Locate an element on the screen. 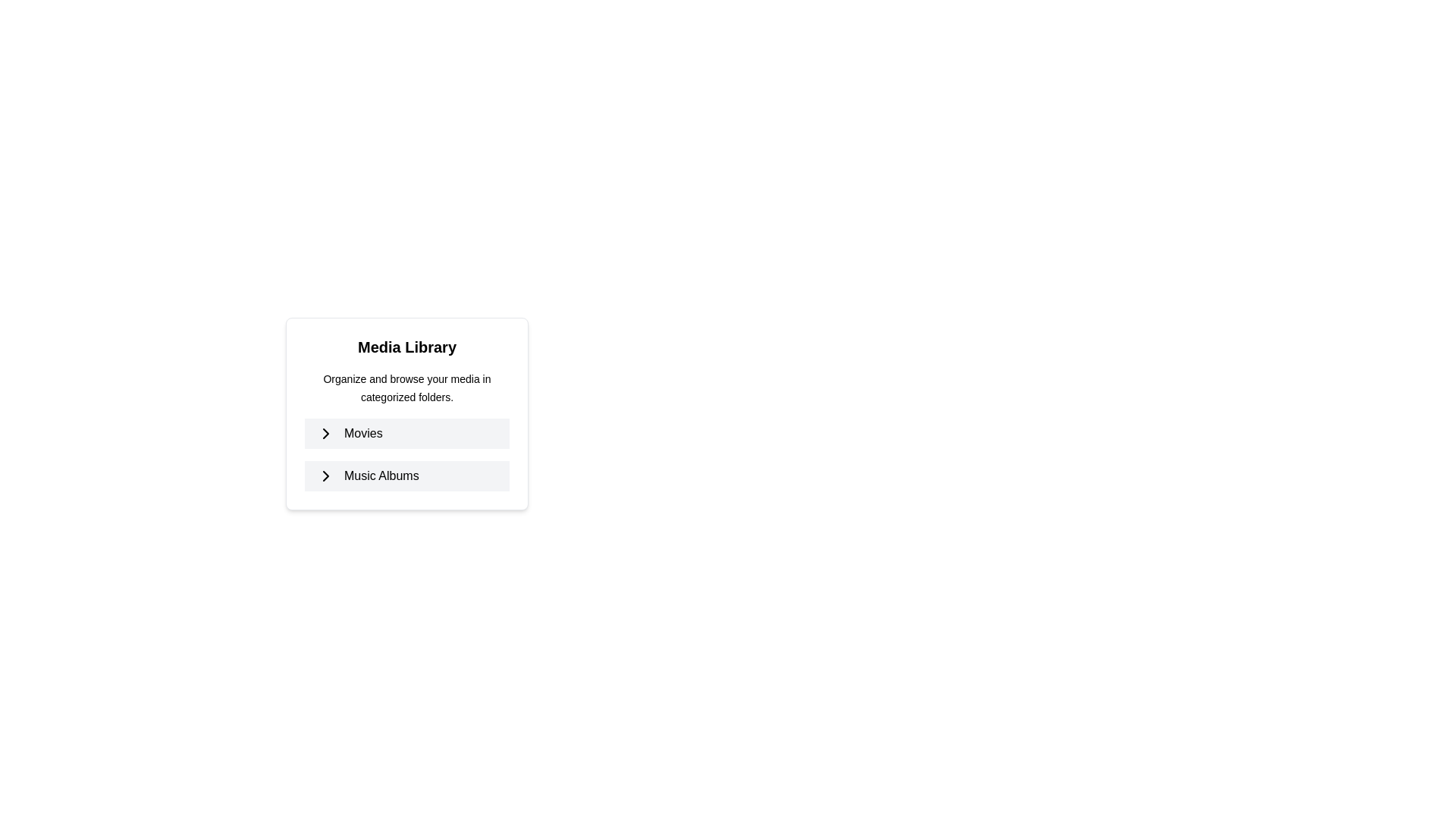  the right-facing chevron icon next to the 'Movies' text label is located at coordinates (325, 433).